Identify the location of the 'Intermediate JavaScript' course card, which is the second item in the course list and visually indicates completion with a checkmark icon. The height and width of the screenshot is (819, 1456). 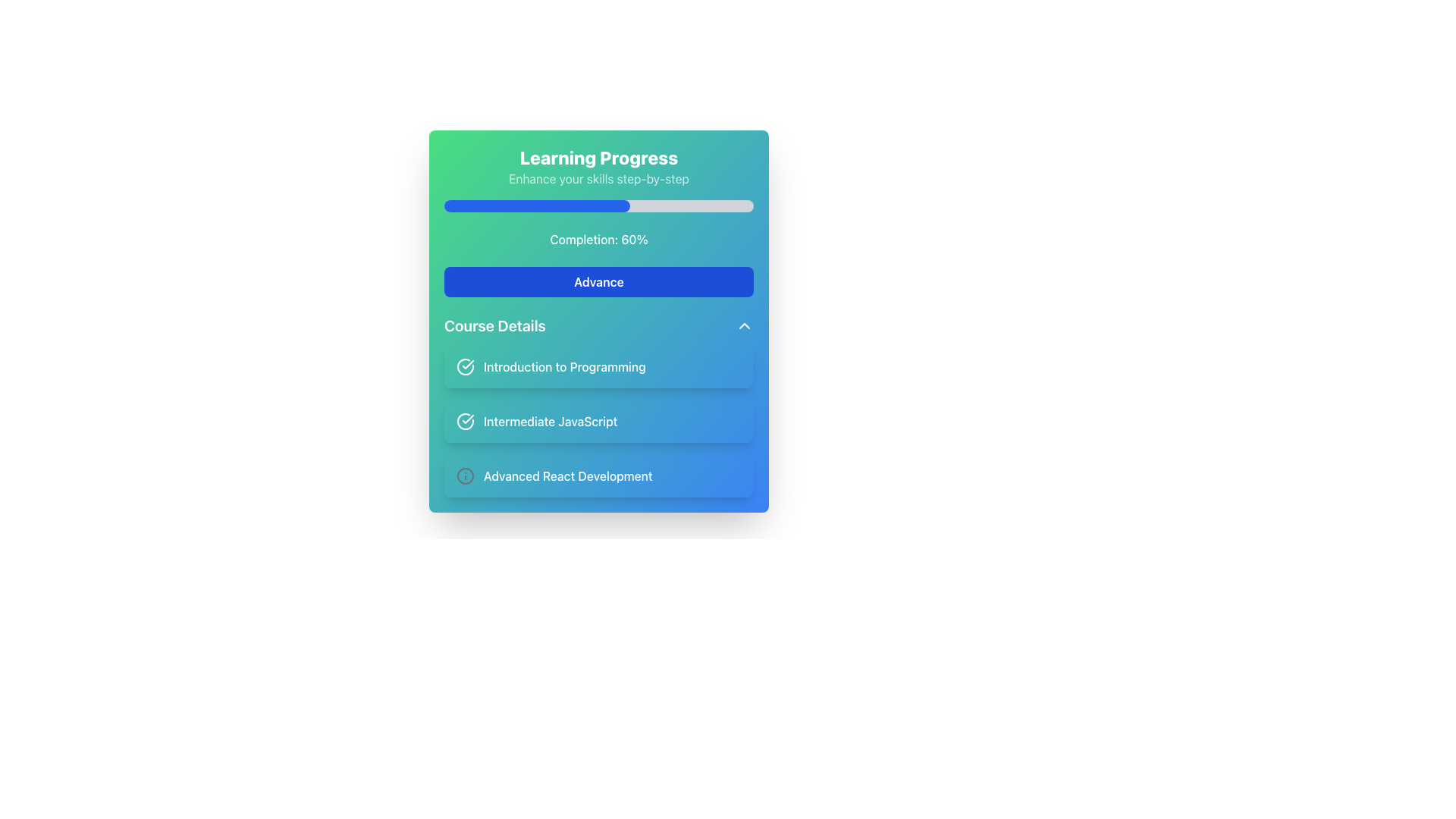
(598, 421).